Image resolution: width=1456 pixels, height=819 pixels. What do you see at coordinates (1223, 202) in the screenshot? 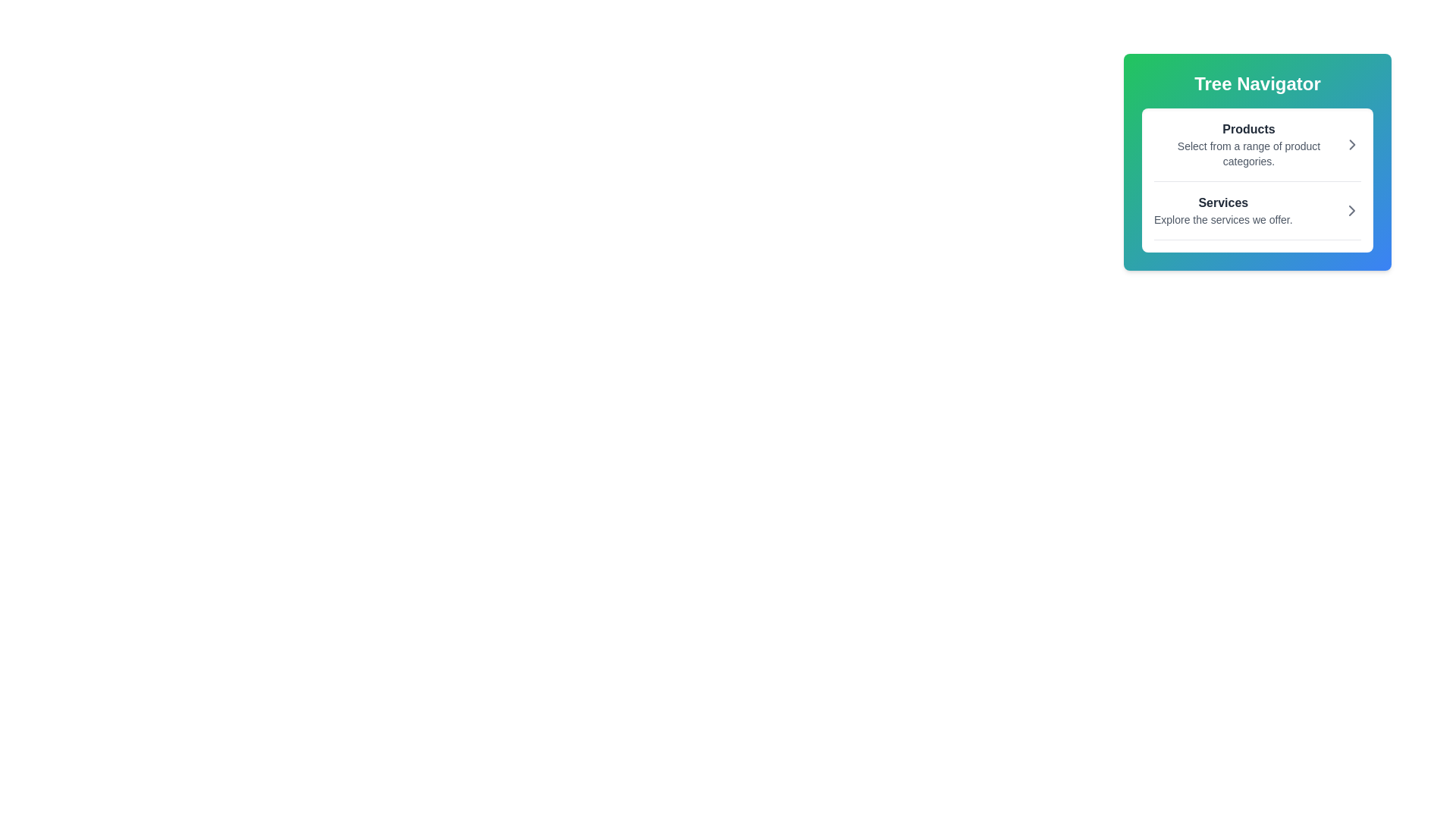
I see `the bold text displaying 'Services' in dark gray, located near the top of the 'Tree Navigator' interface, right under the 'Products' section` at bounding box center [1223, 202].